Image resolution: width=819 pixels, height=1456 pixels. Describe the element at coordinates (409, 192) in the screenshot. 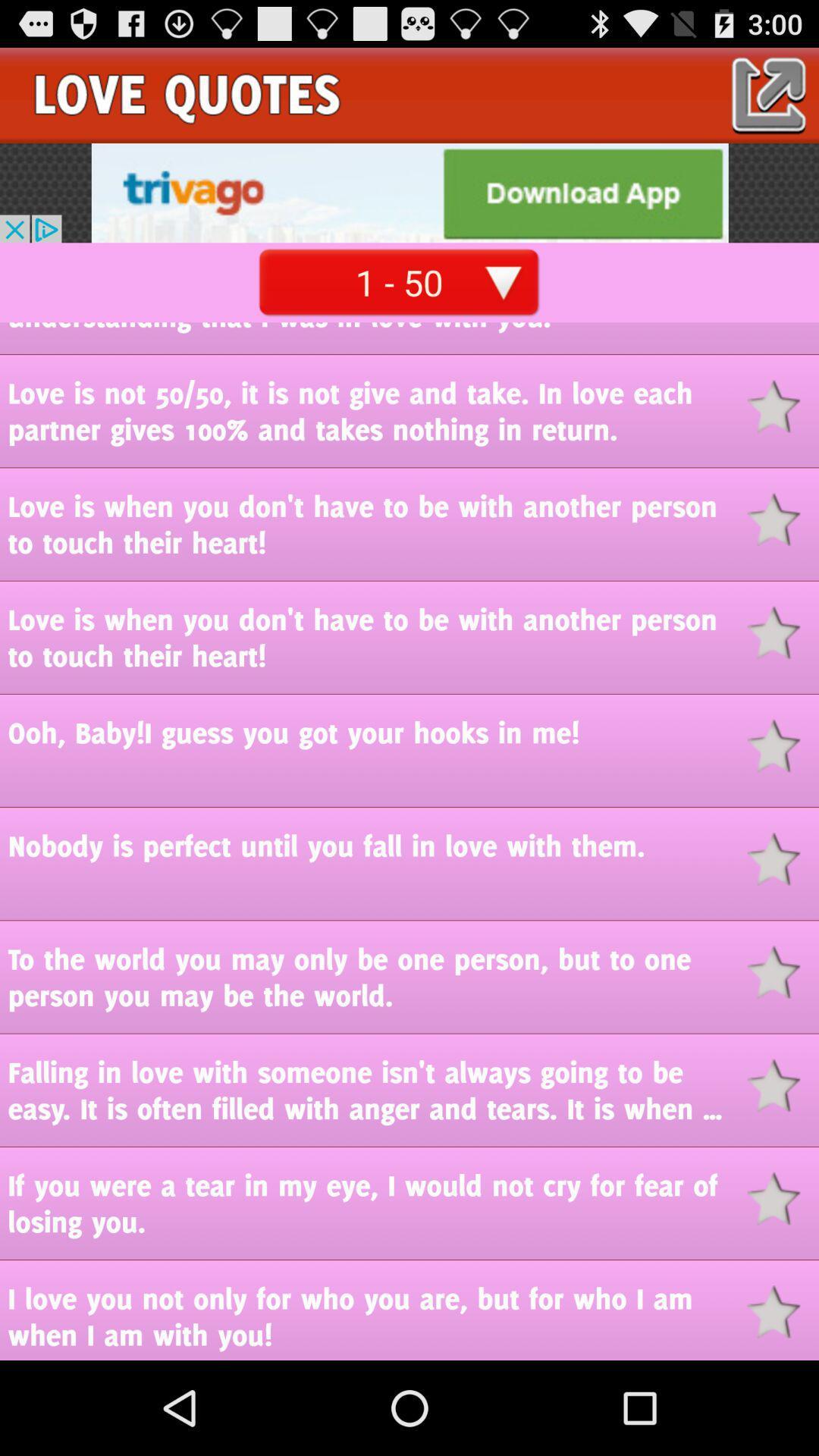

I see `open an advertisements` at that location.